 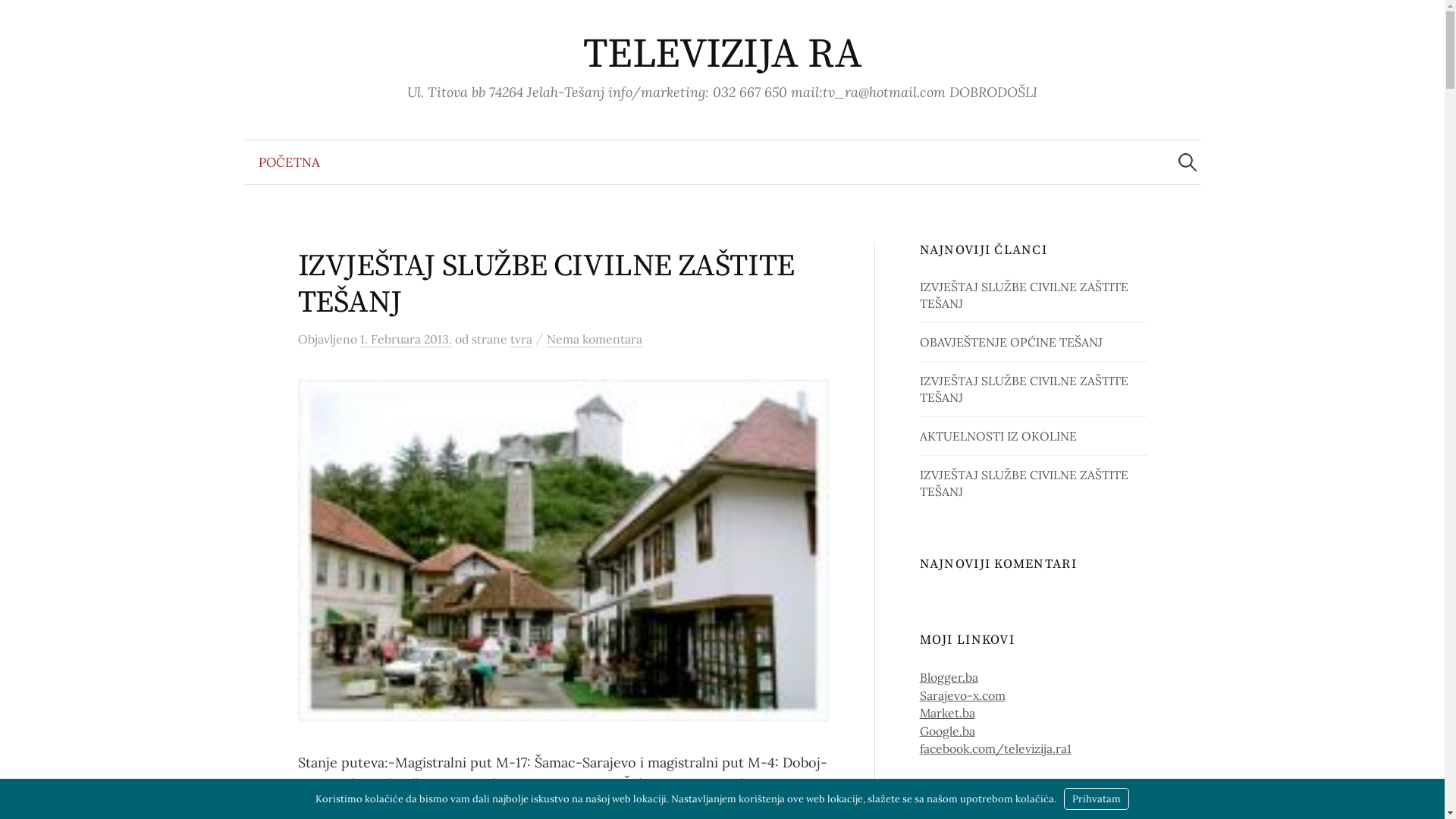 What do you see at coordinates (18, 18) in the screenshot?
I see `'Pretraga'` at bounding box center [18, 18].